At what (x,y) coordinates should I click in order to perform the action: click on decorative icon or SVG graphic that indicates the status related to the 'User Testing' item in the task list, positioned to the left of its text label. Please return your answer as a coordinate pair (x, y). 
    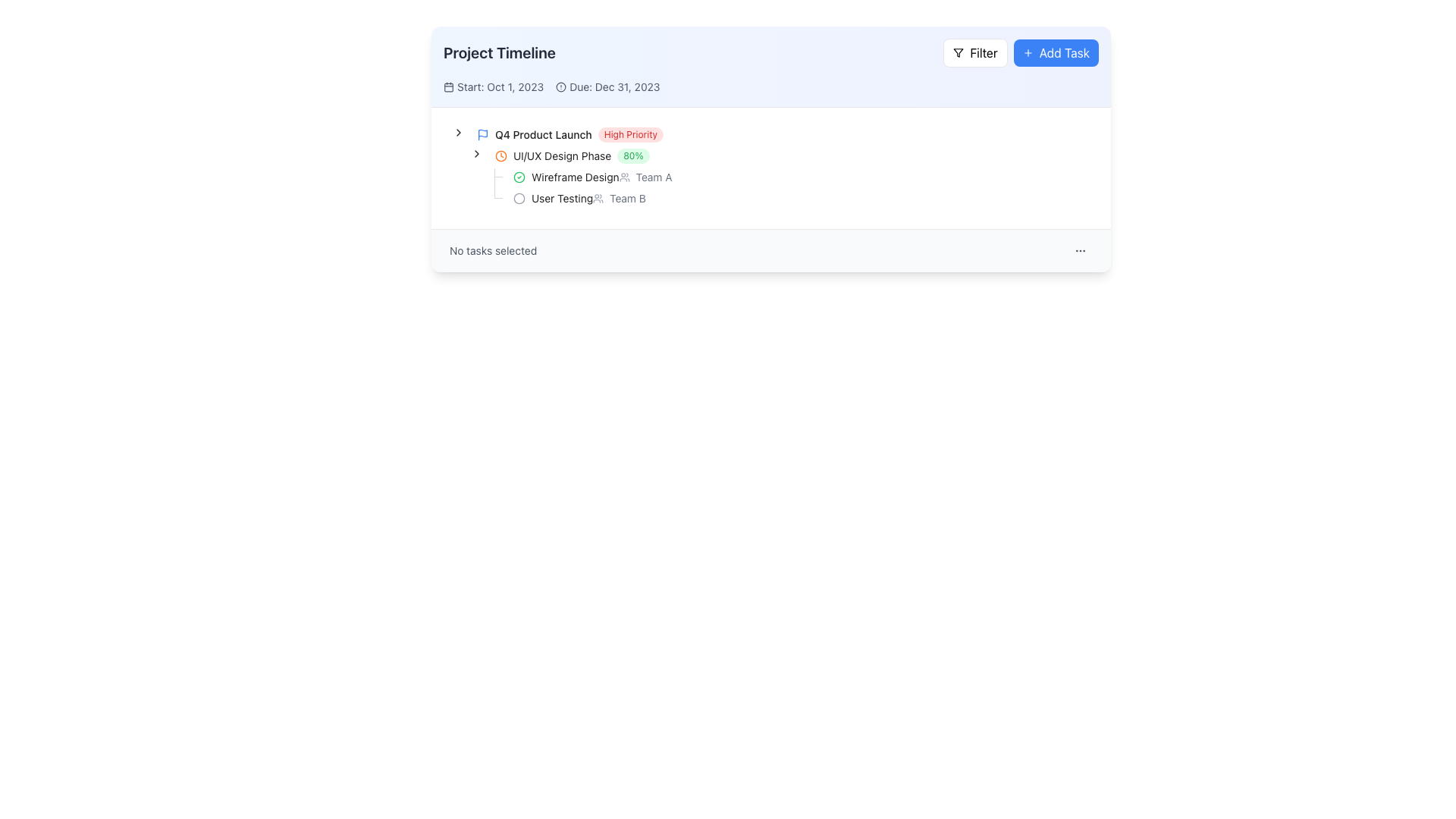
    Looking at the image, I should click on (519, 198).